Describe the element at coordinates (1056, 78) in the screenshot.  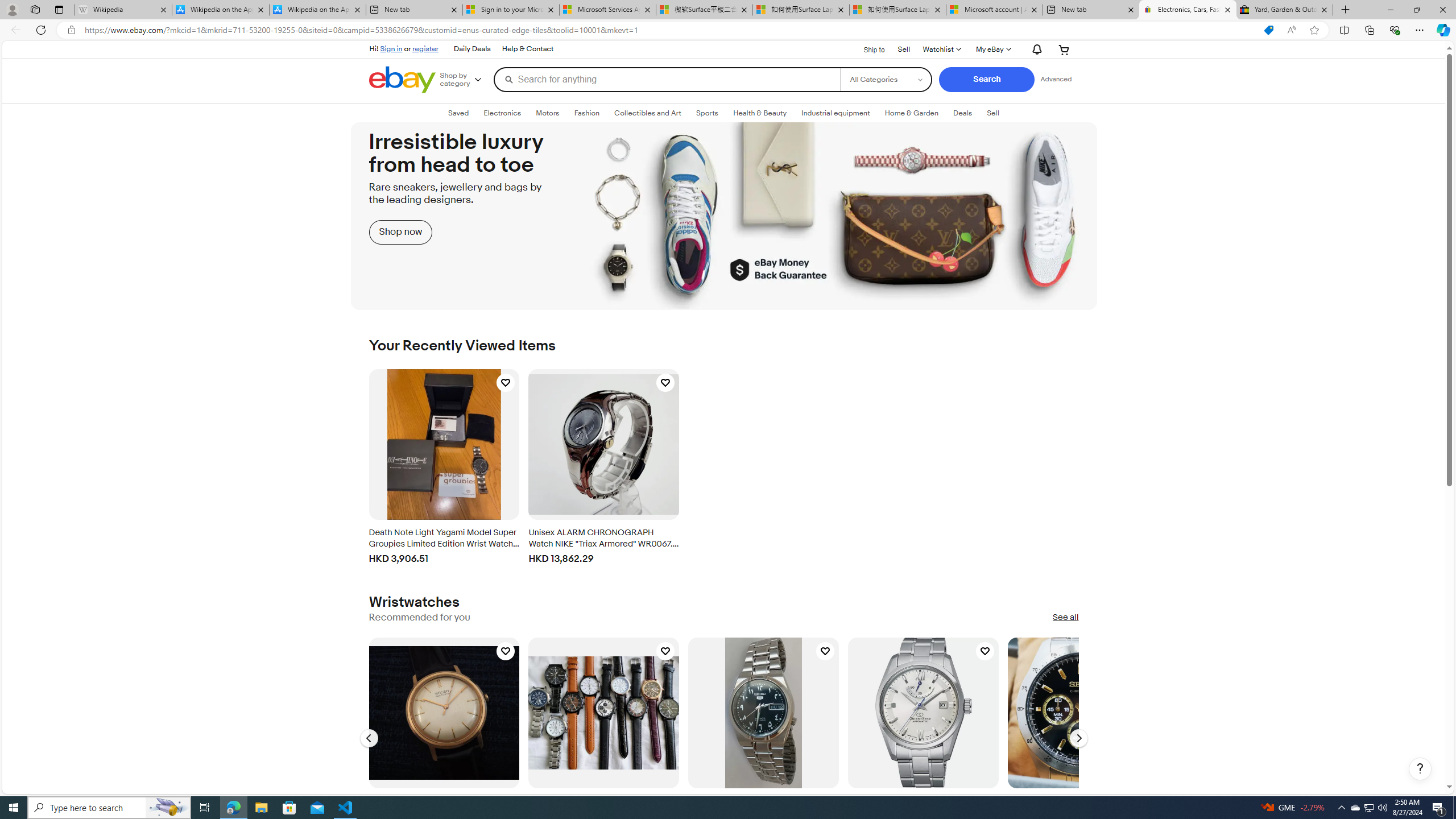
I see `'Advanced Search'` at that location.